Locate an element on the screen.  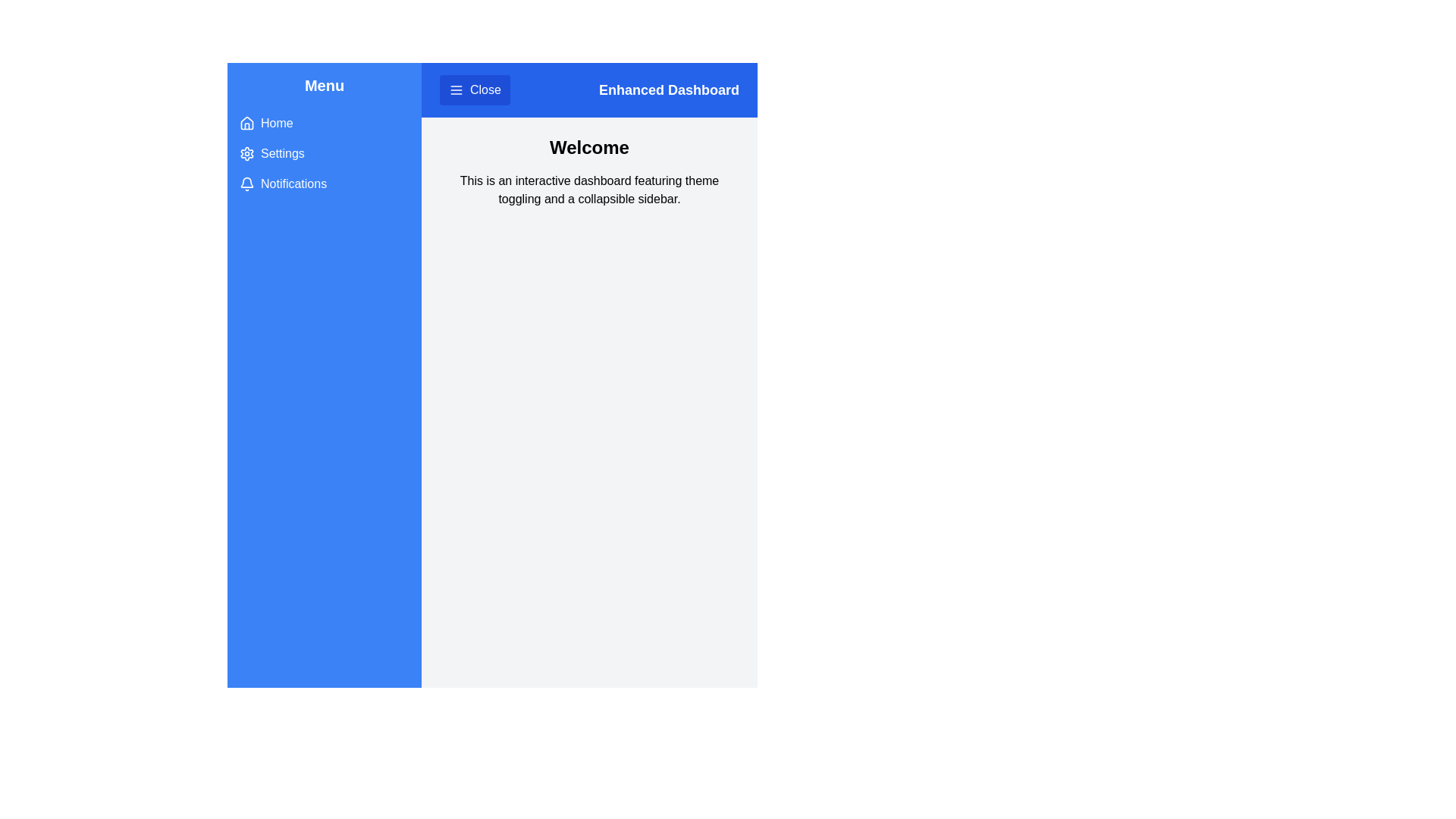
text content of the 'Enhanced Dashboard' text element, which is styled with a large, bold font and centered within a blue background bar at the top of the interface is located at coordinates (668, 90).